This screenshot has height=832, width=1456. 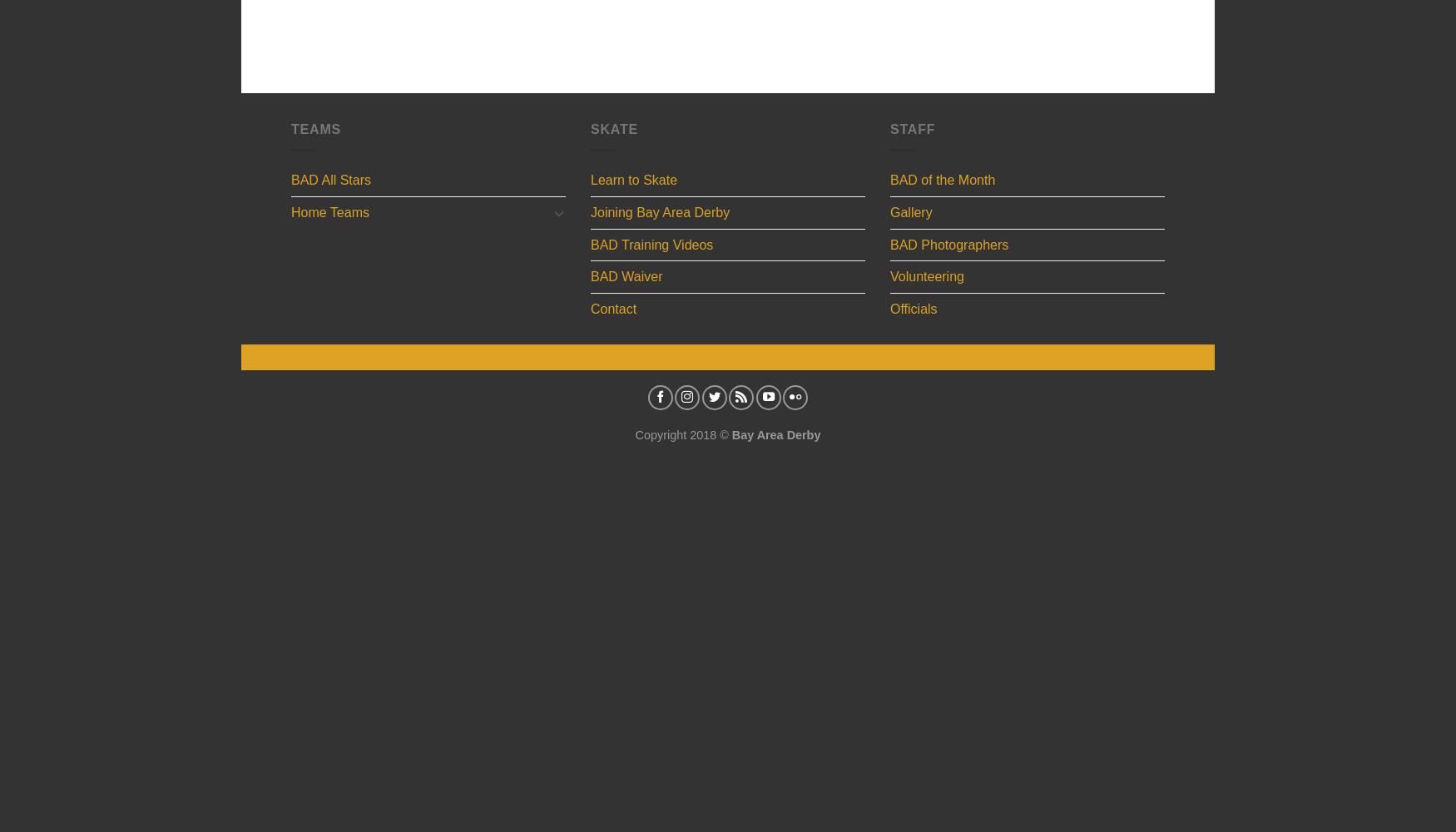 I want to click on 'Contact', so click(x=613, y=307).